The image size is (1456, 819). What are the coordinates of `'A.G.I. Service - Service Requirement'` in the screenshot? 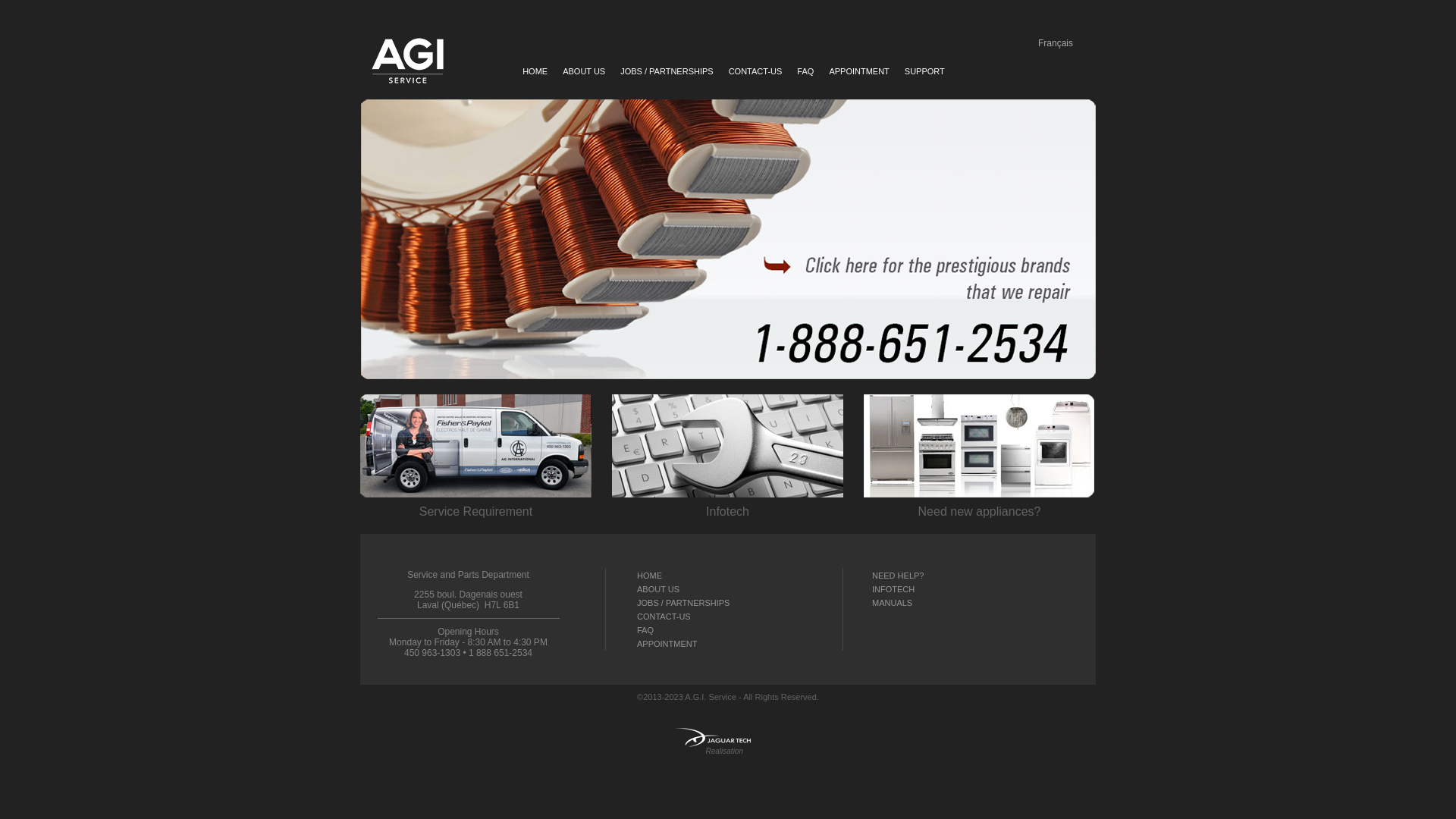 It's located at (475, 444).